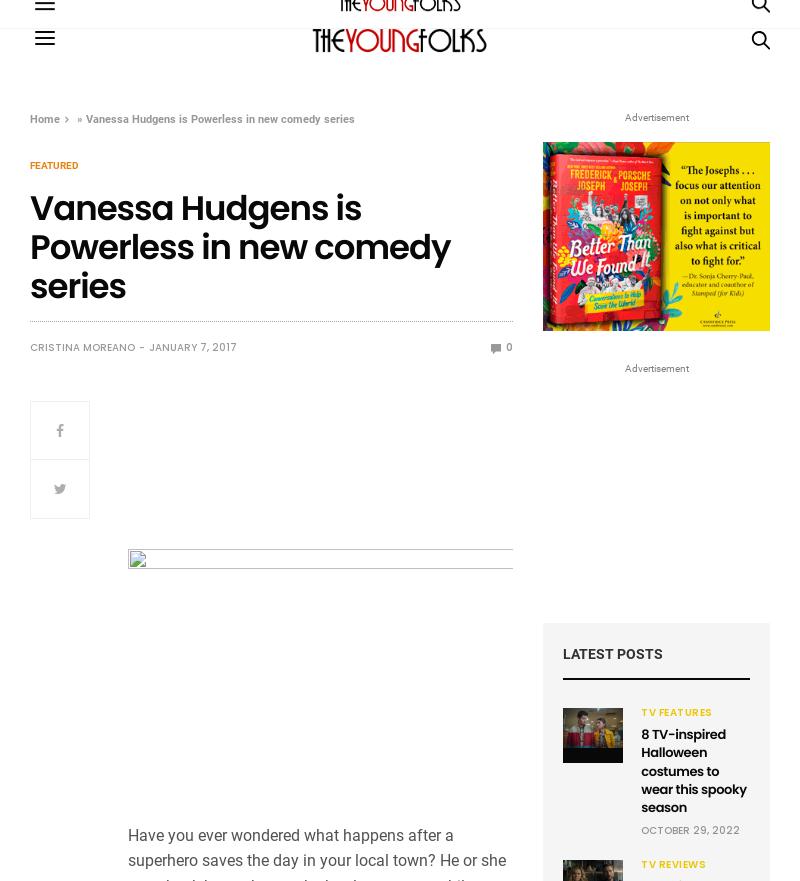  Describe the element at coordinates (82, 346) in the screenshot. I see `'Cristina Moreano'` at that location.